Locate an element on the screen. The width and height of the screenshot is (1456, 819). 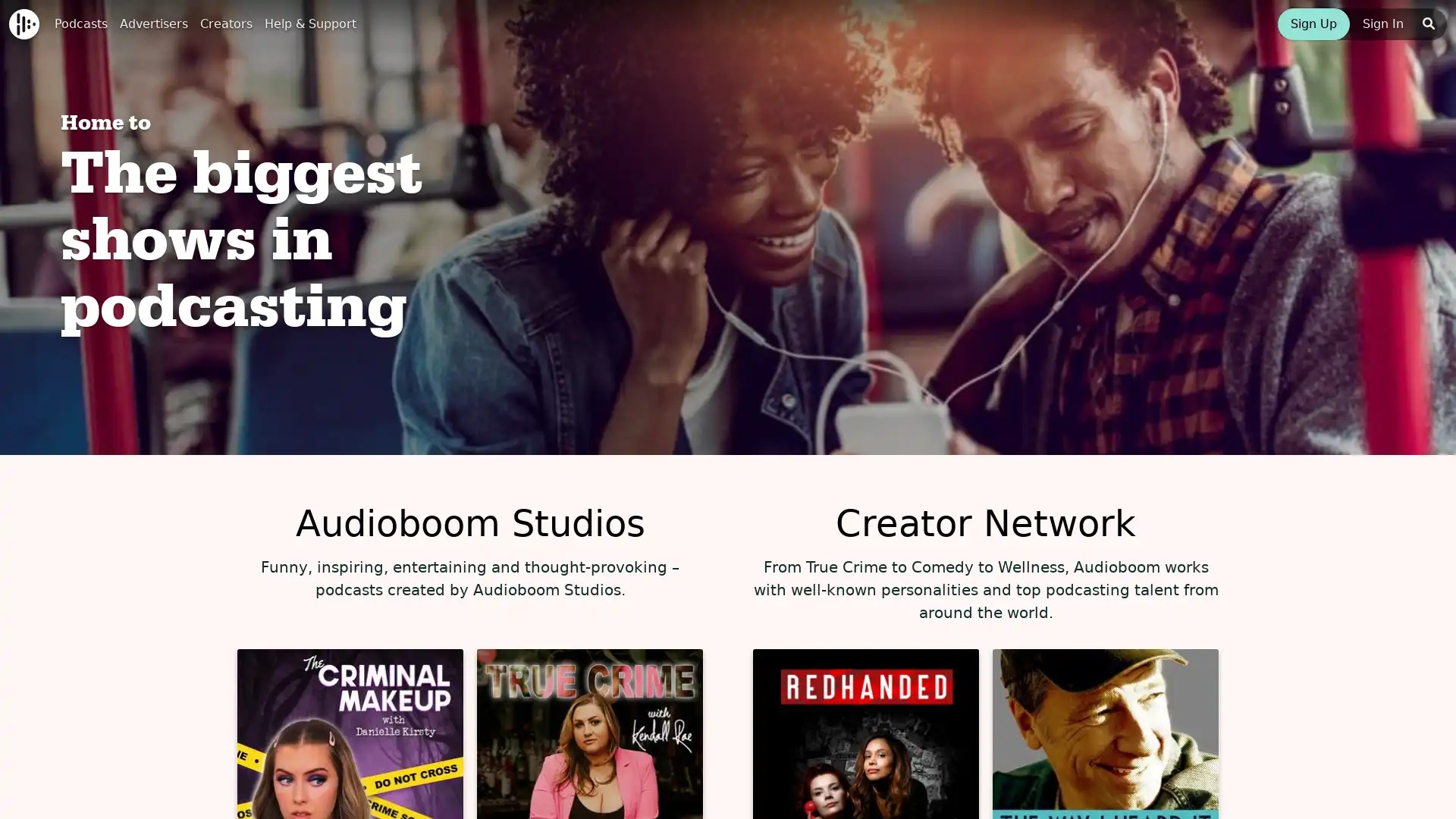
Open search form is located at coordinates (1427, 24).